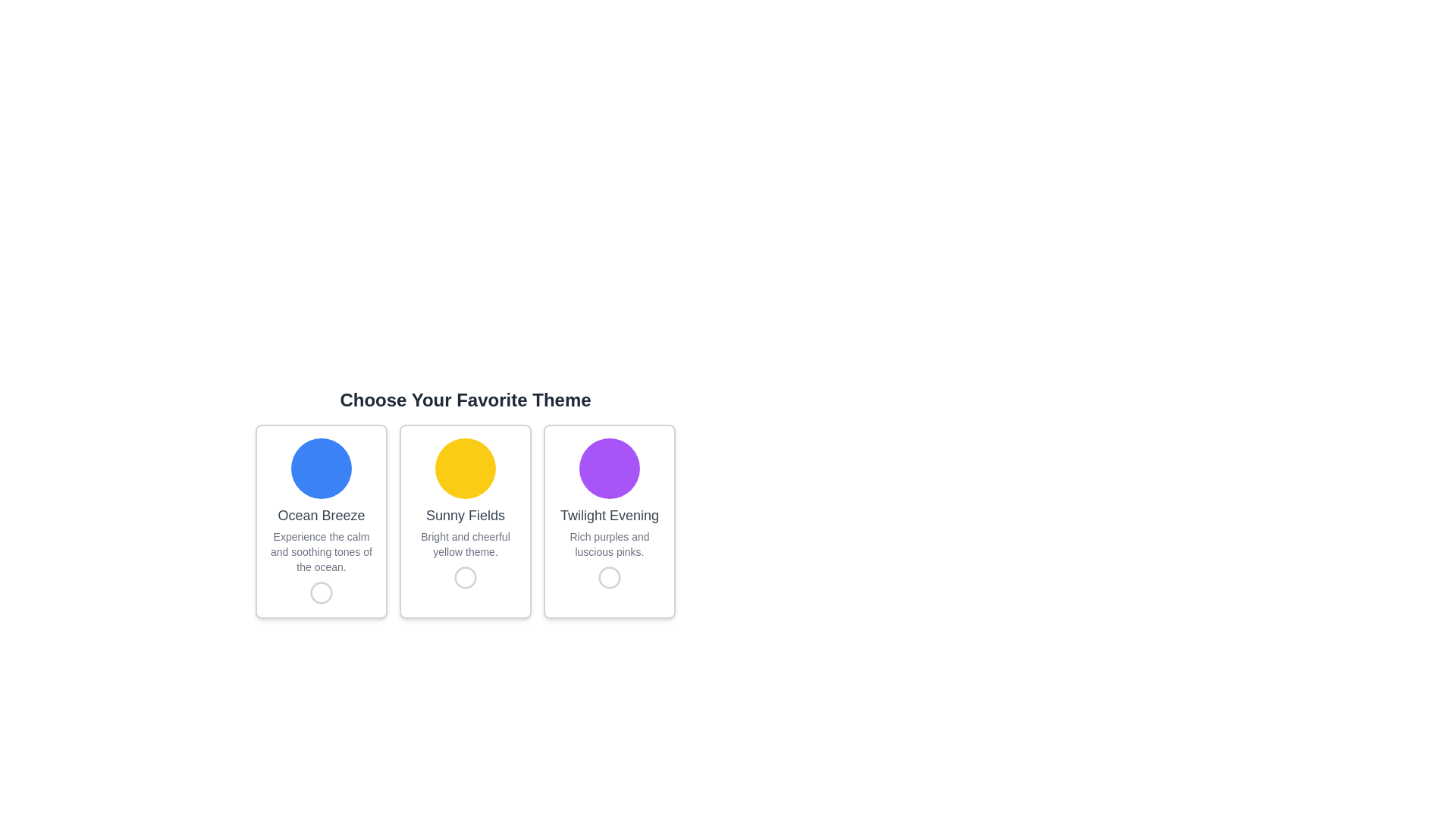 The image size is (1456, 819). What do you see at coordinates (465, 520) in the screenshot?
I see `the 'Sunny Fields' selectable card visually, which is the second card in the 'Choose Your Favorite Theme' section, featuring a bright yellow circular icon, bold text, and a circular selector at the bottom` at bounding box center [465, 520].